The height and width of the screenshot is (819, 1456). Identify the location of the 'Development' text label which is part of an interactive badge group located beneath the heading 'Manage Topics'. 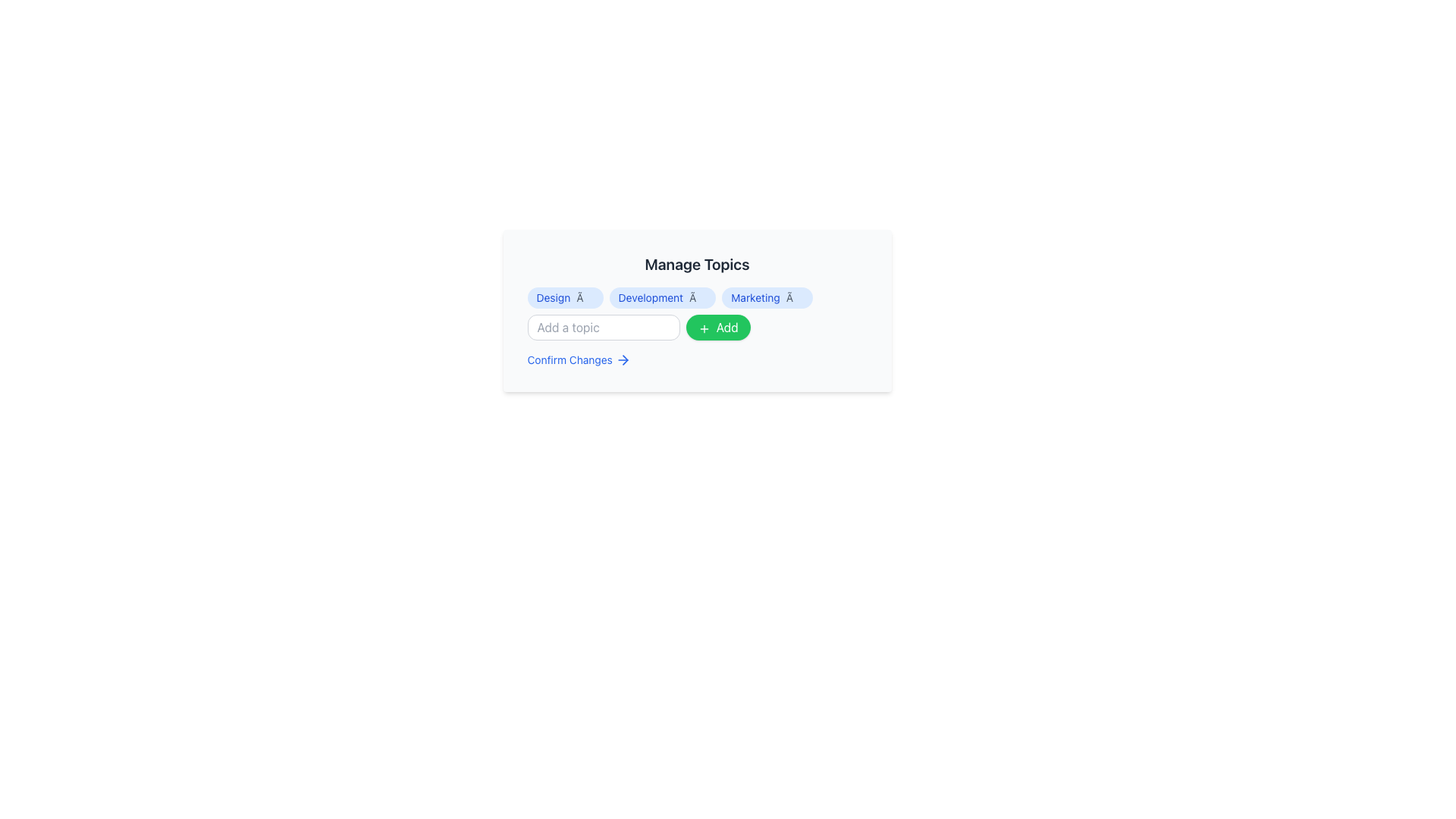
(651, 298).